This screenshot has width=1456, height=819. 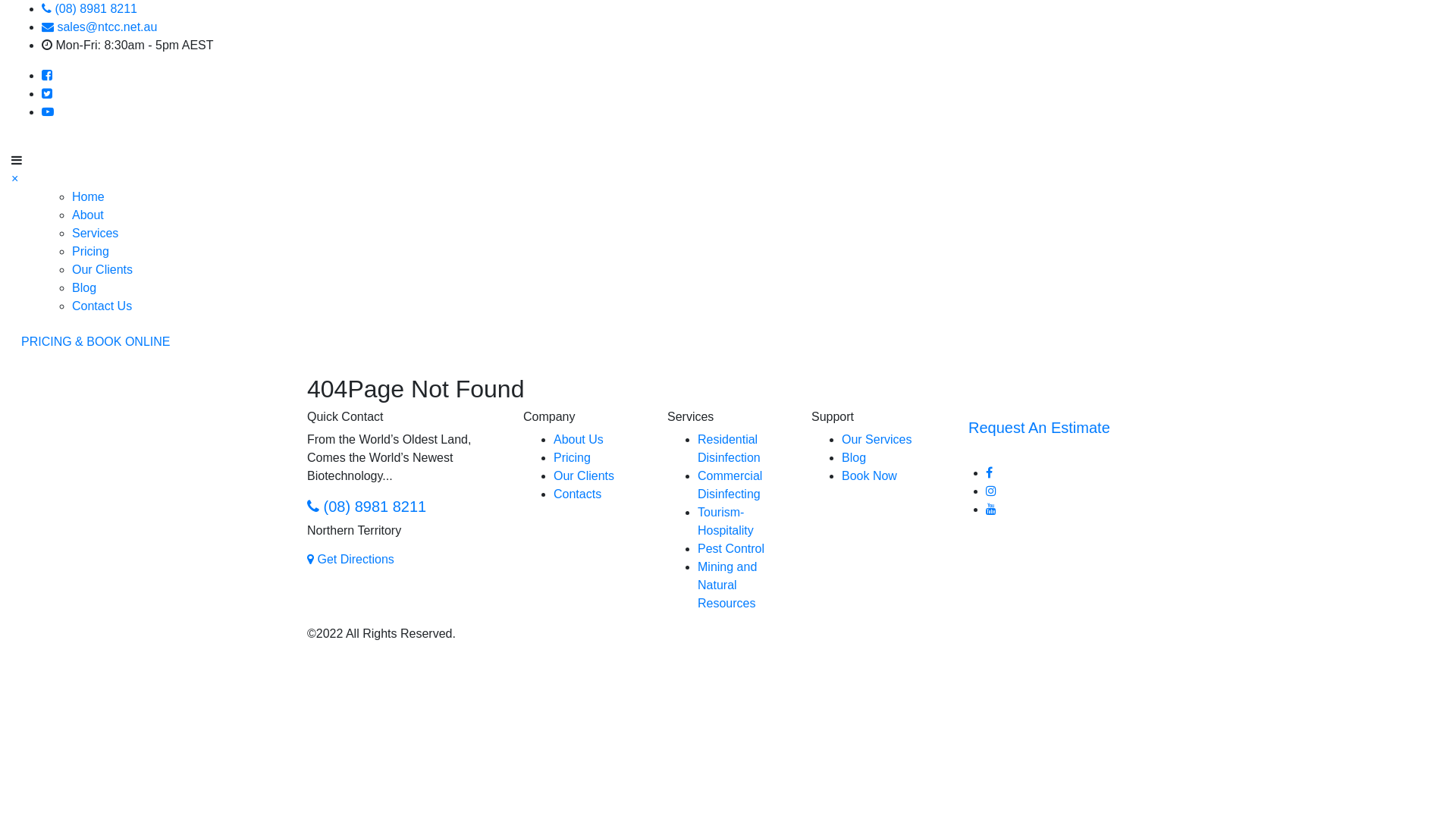 What do you see at coordinates (83, 287) in the screenshot?
I see `'Blog'` at bounding box center [83, 287].